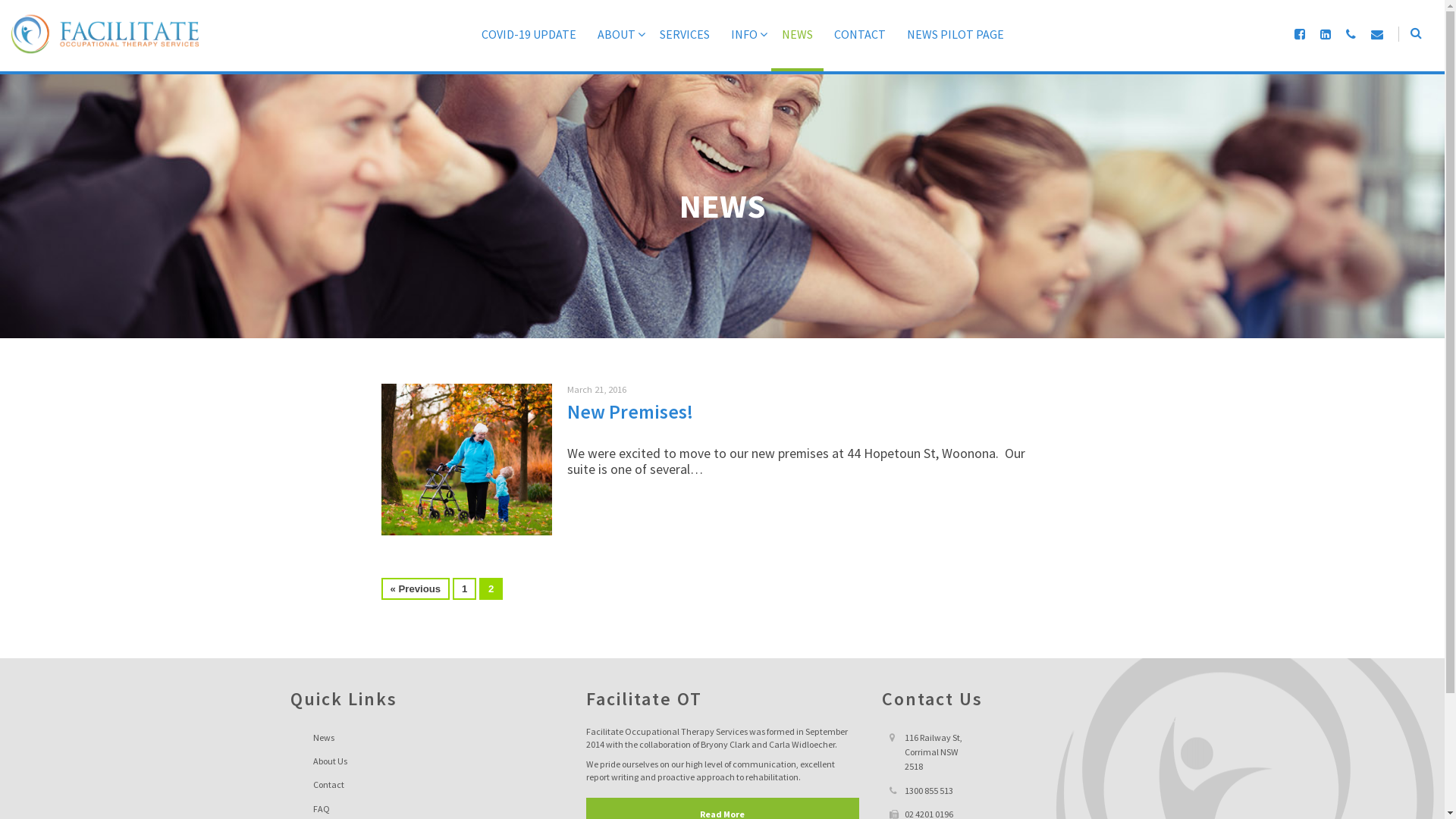 This screenshot has width=1456, height=819. Describe the element at coordinates (529, 46) in the screenshot. I see `'COVID-19 UPDATE'` at that location.